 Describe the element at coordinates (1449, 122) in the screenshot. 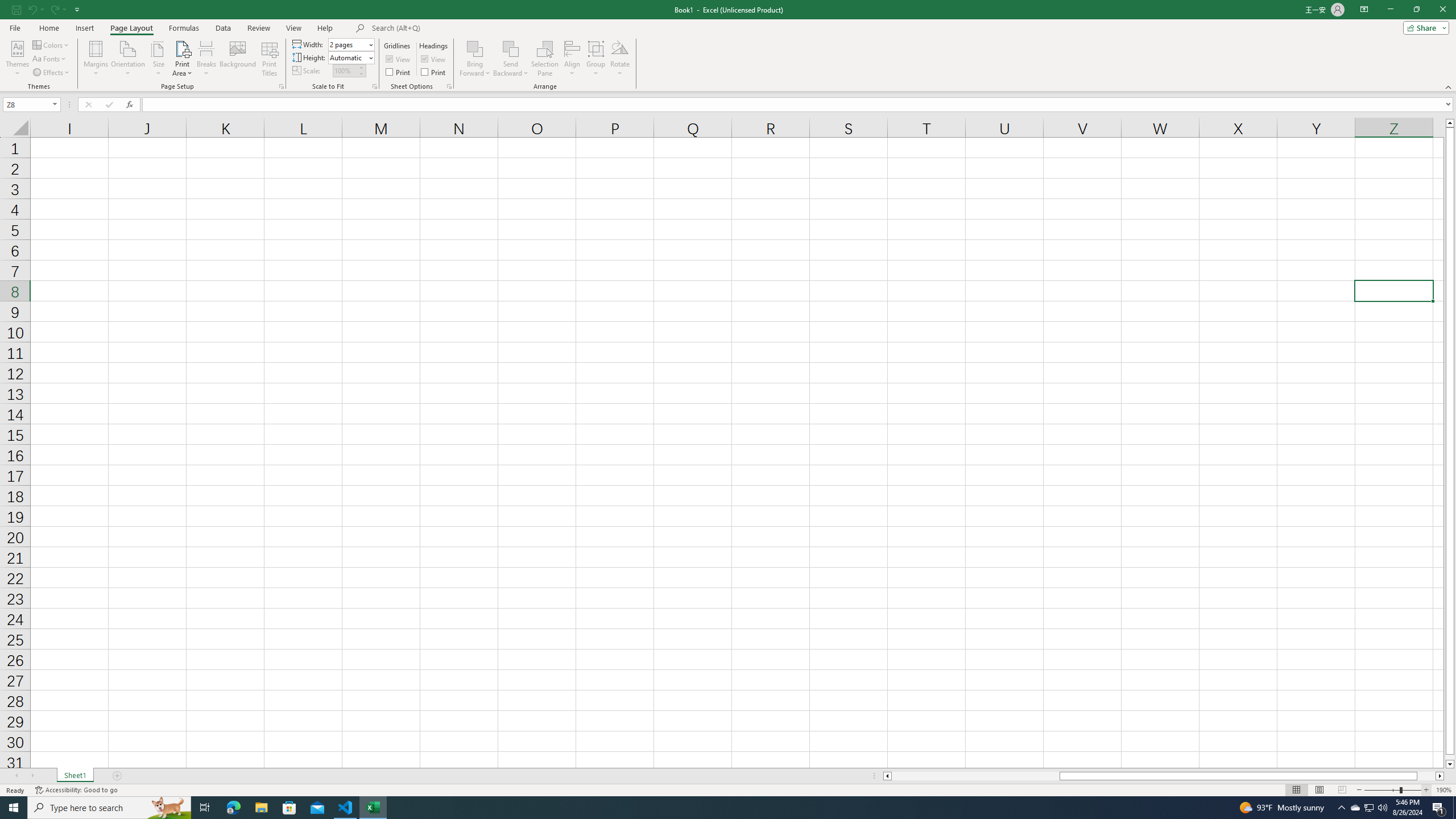

I see `'Line up'` at that location.